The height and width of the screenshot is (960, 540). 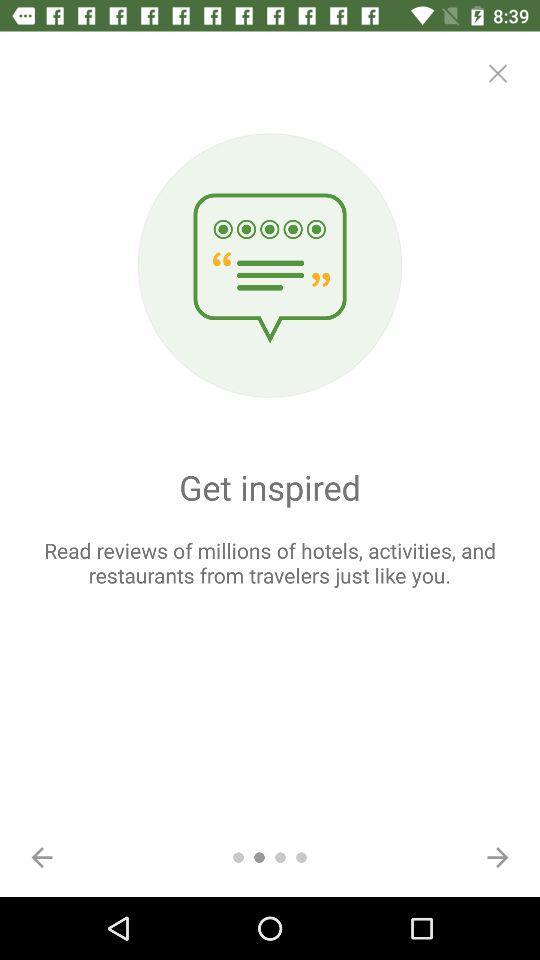 I want to click on the close icon, so click(x=496, y=73).